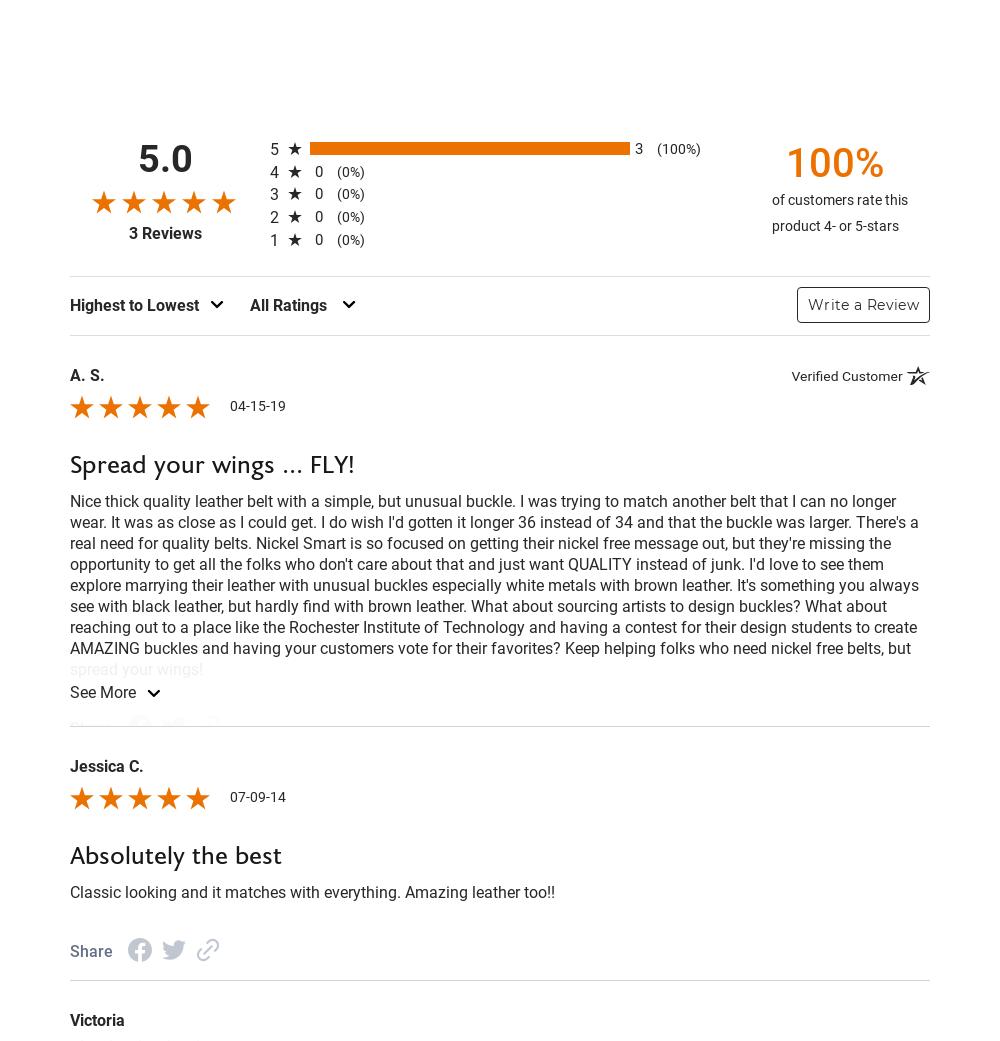  Describe the element at coordinates (69, 1020) in the screenshot. I see `'Victoria'` at that location.